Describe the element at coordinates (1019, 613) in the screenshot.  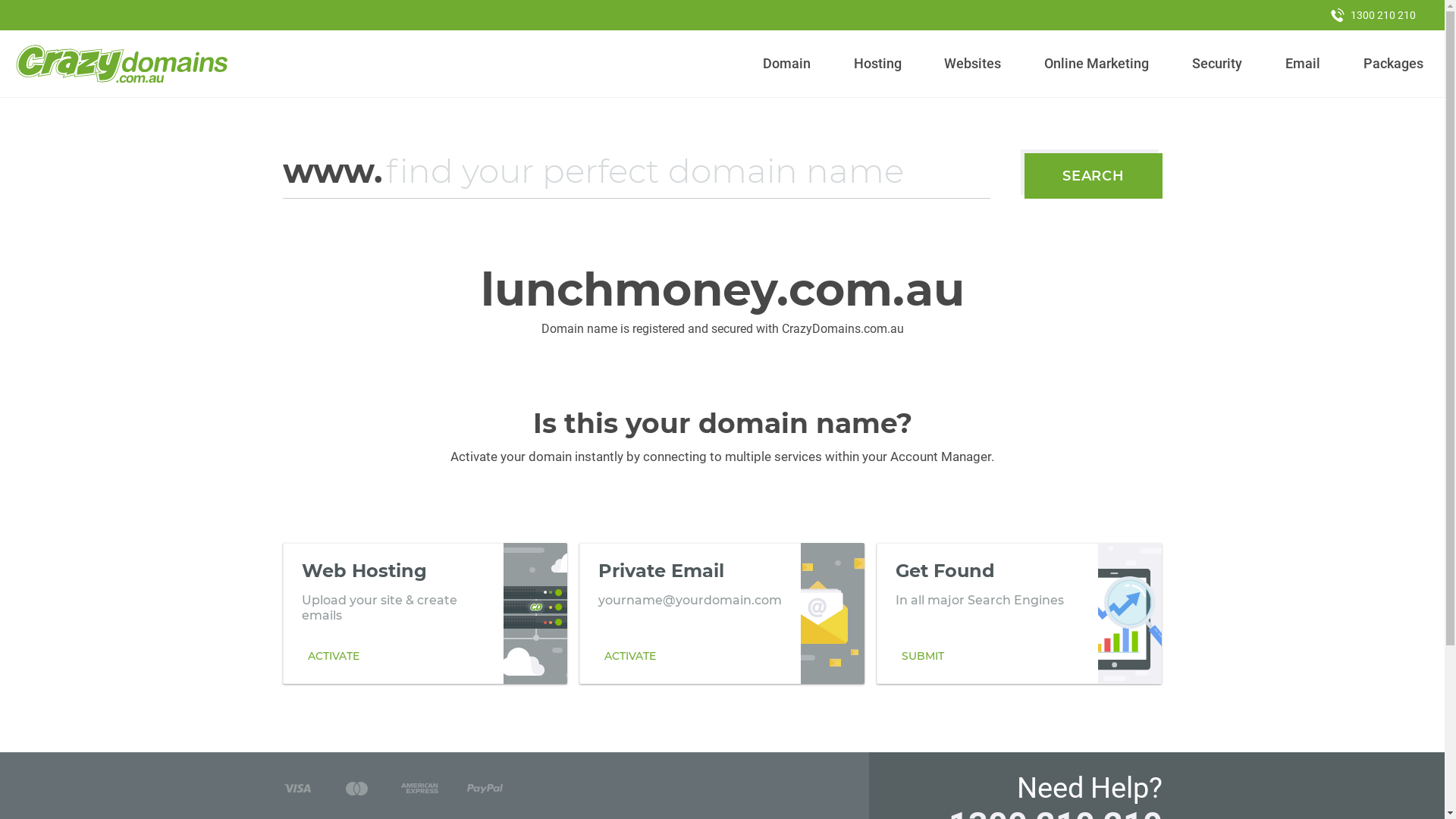
I see `'Get Found` at that location.